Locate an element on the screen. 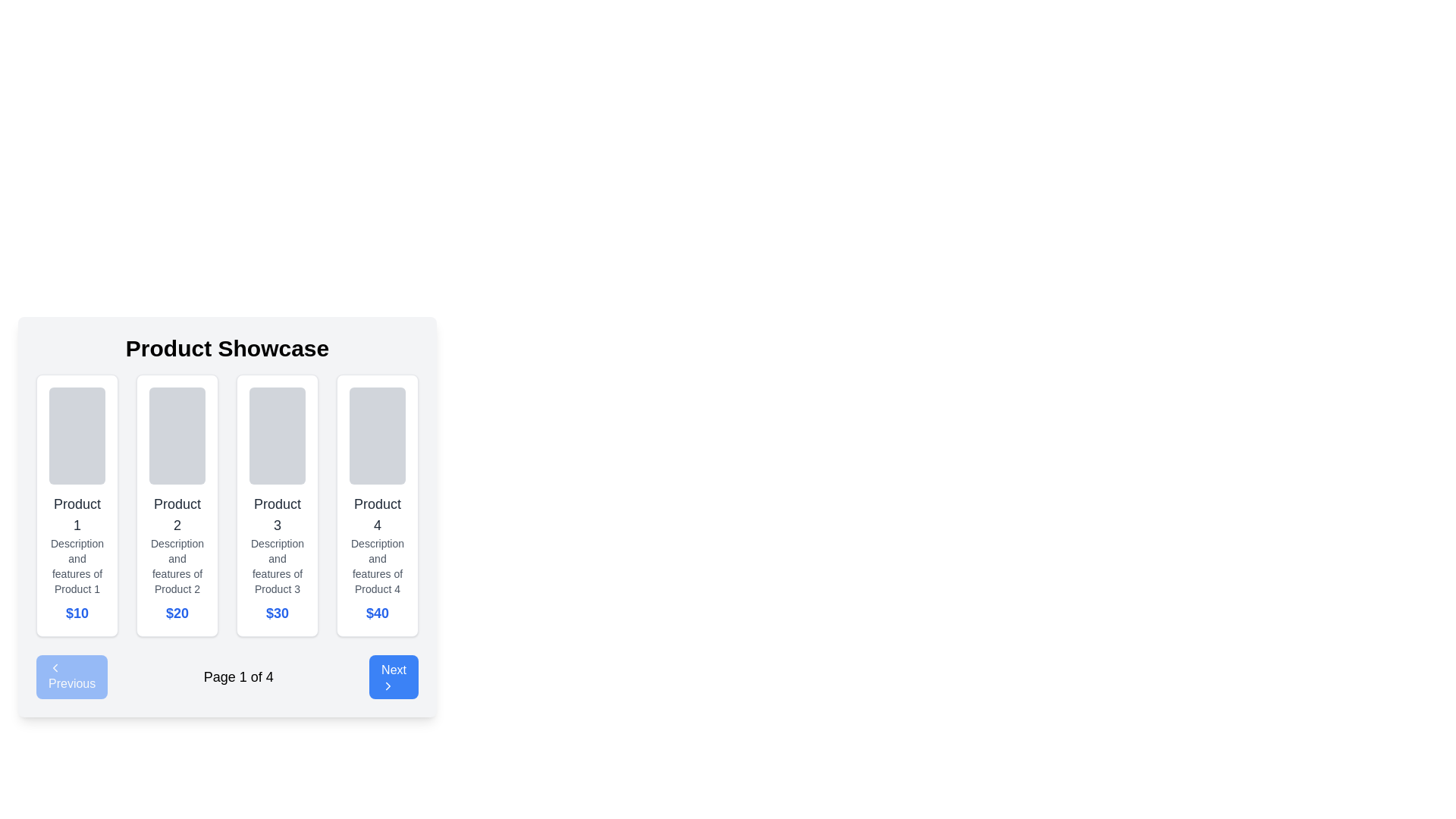 The height and width of the screenshot is (819, 1456). the image placeholder for 'Product 3', which is a vertically rectangular element with a gray background and rounded corners located at the top of the card within a grid of product cards is located at coordinates (277, 435).